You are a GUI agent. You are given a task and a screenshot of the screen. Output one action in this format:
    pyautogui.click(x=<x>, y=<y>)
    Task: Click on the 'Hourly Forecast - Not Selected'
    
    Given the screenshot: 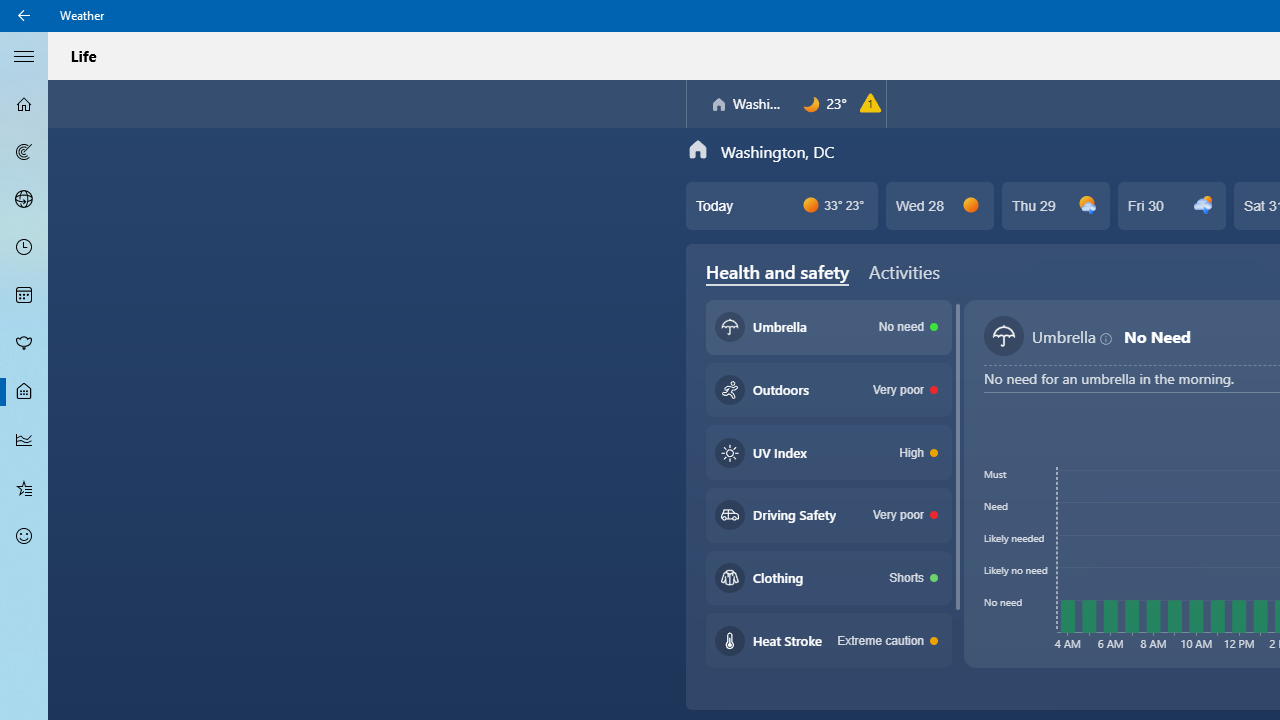 What is the action you would take?
    pyautogui.click(x=24, y=247)
    